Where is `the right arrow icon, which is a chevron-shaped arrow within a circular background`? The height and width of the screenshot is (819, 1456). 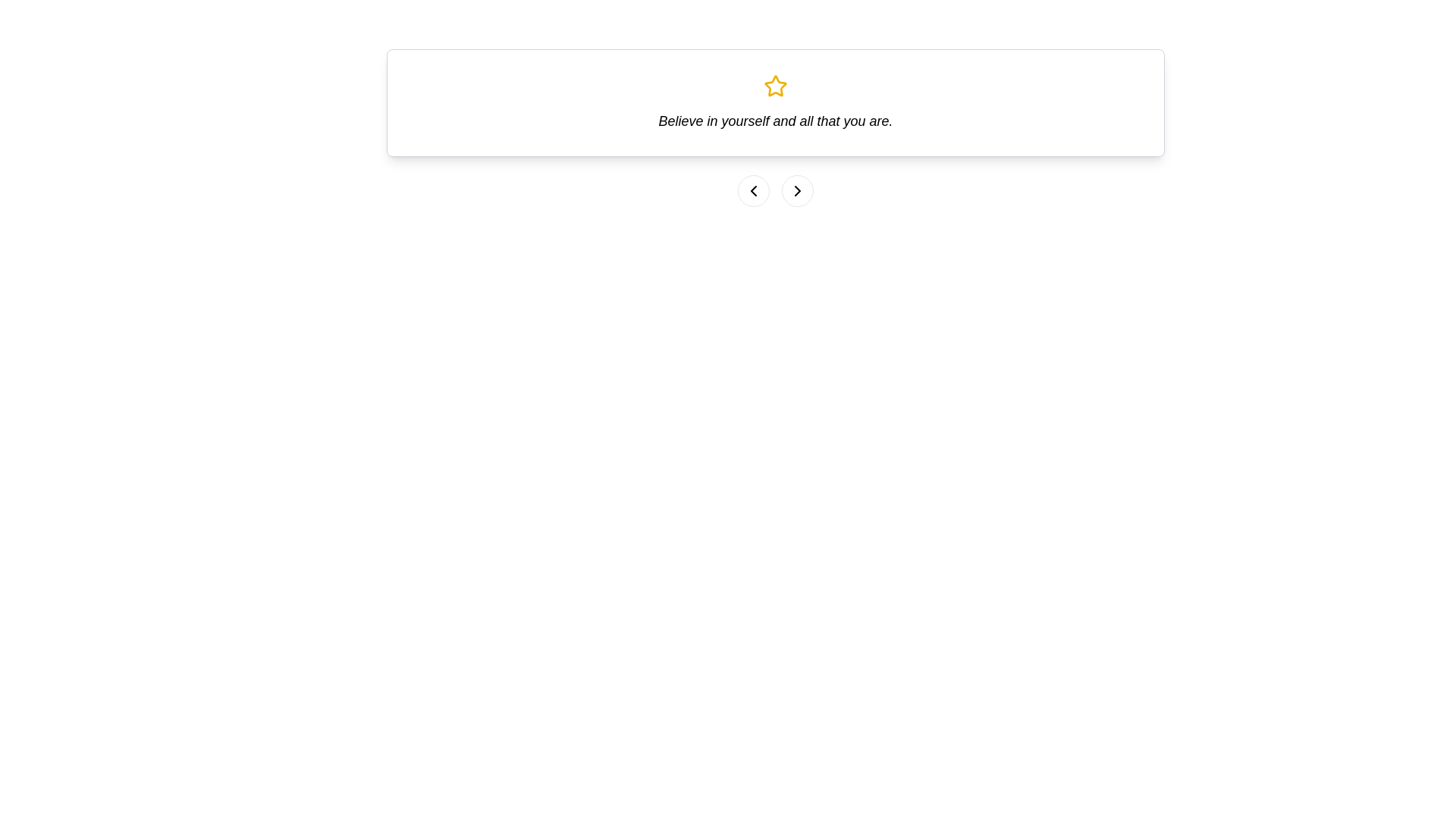 the right arrow icon, which is a chevron-shaped arrow within a circular background is located at coordinates (796, 190).